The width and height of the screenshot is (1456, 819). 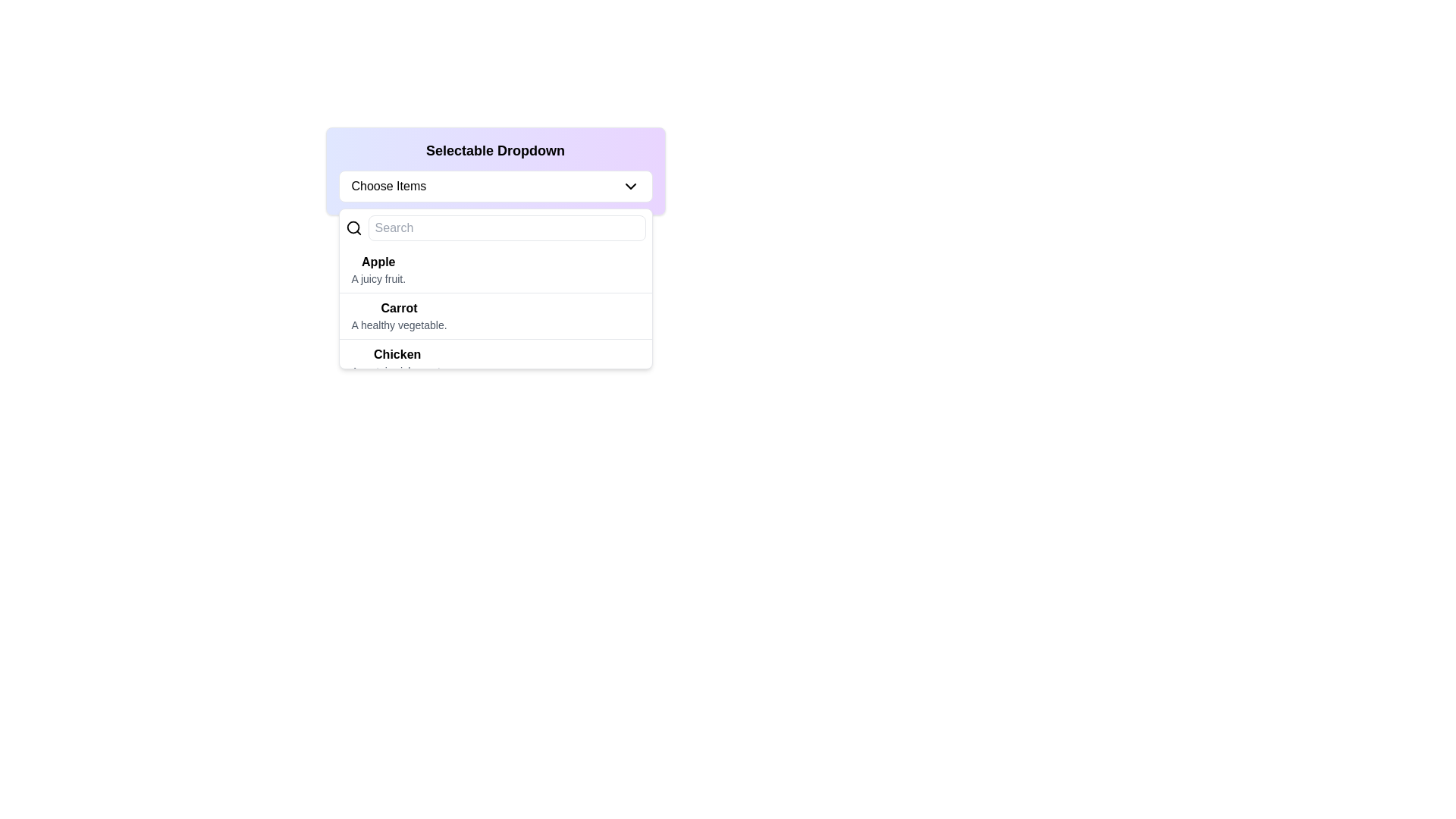 What do you see at coordinates (495, 269) in the screenshot?
I see `the dropdown item that describes 'Apple', which is the first item in the dropdown menu below the search bar` at bounding box center [495, 269].